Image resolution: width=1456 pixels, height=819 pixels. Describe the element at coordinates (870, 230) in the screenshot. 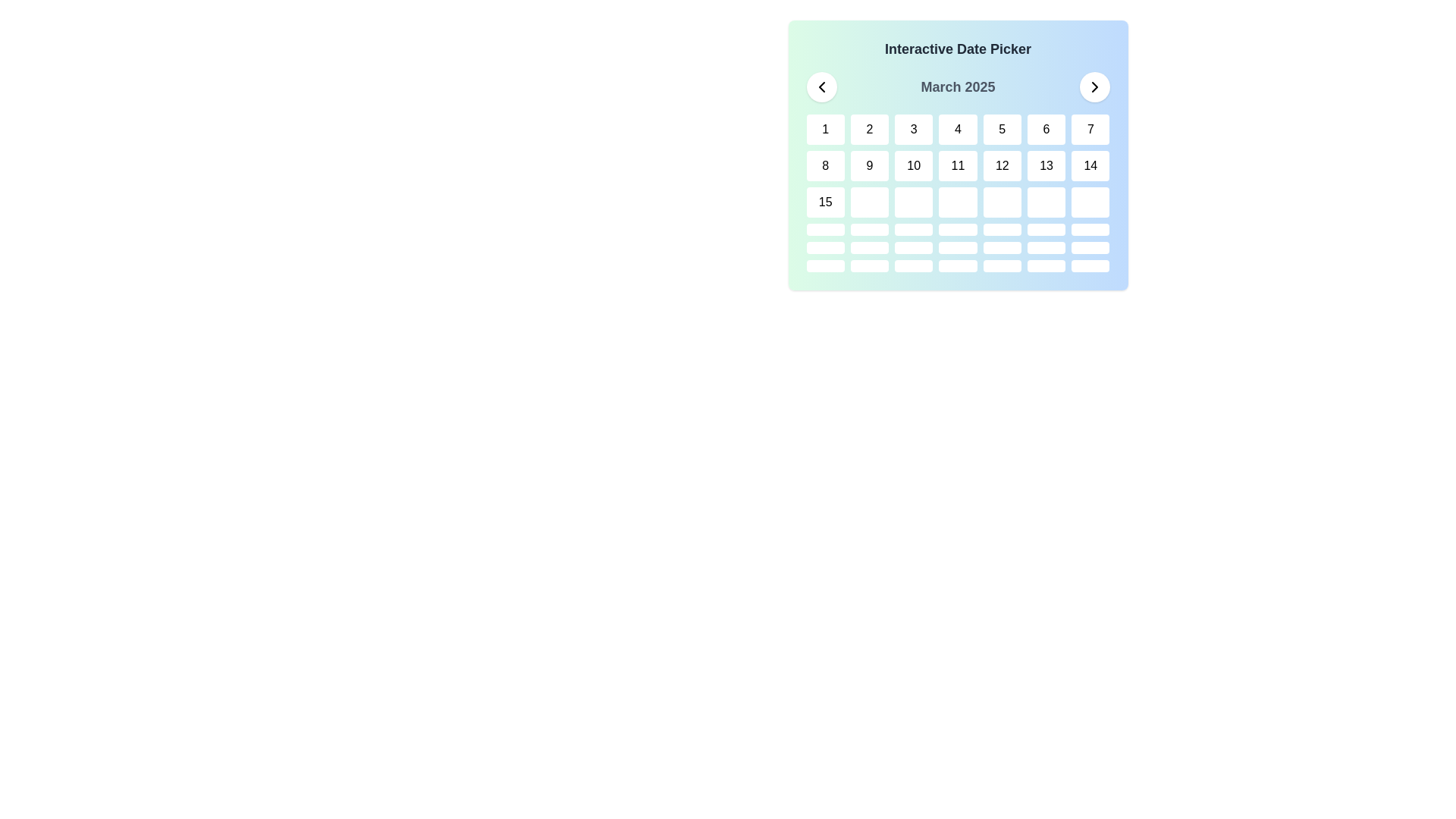

I see `the small rectangular button with rounded edges located` at that location.